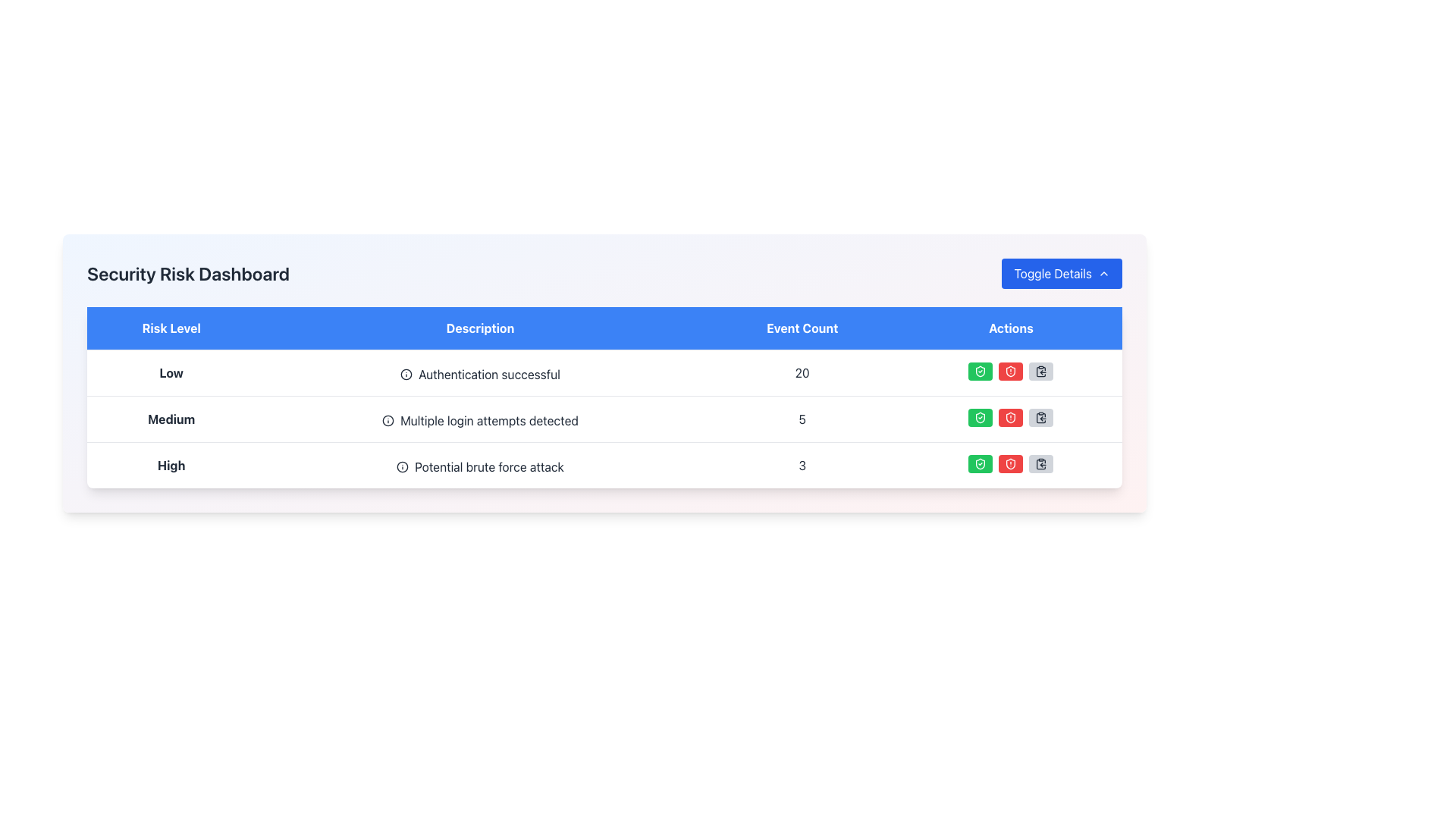  What do you see at coordinates (1011, 418) in the screenshot?
I see `the red shield icon in the 'Actions' column of the last row in the table, which signals an alert or warning` at bounding box center [1011, 418].